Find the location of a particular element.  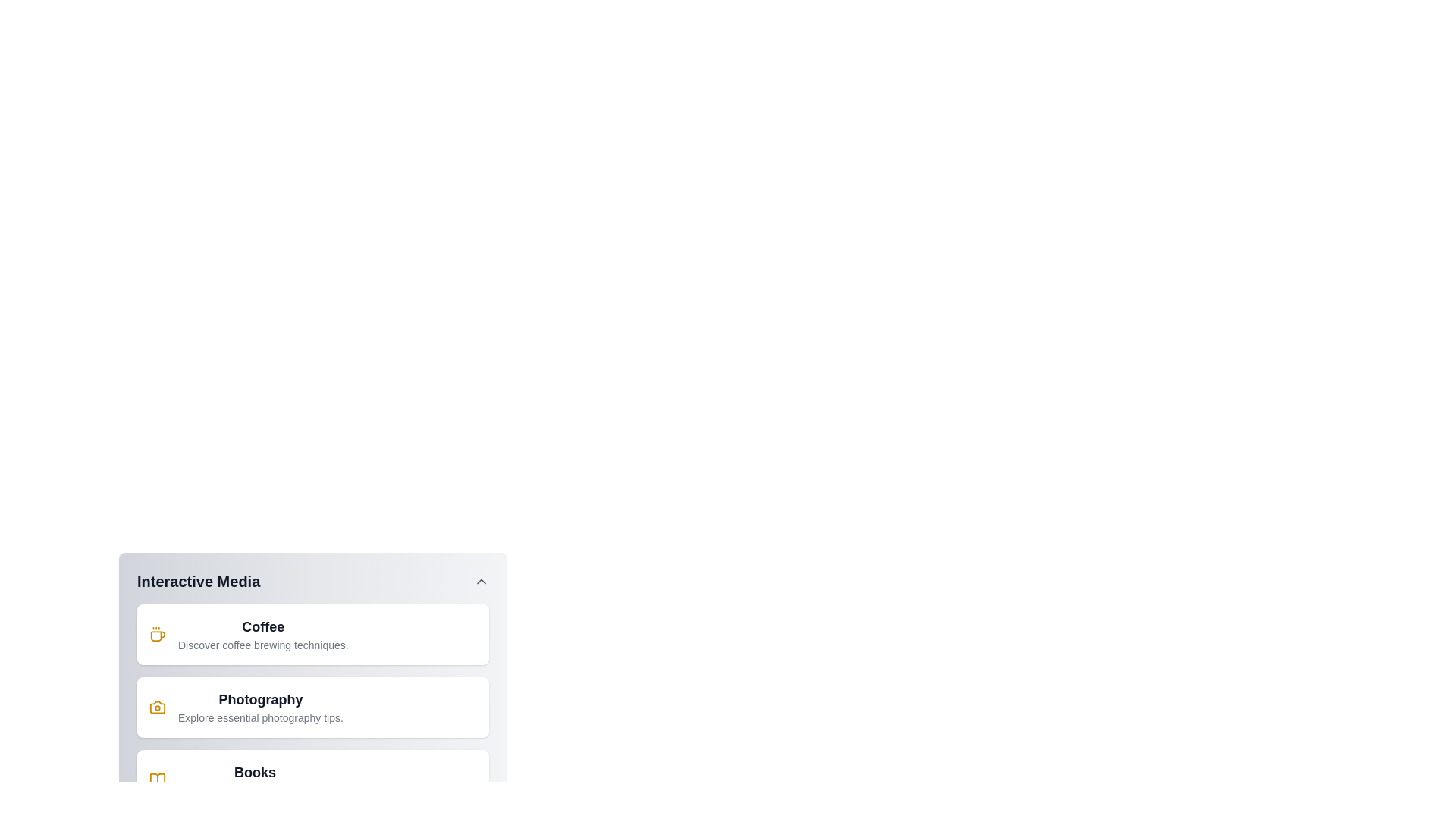

the menu item Photography from the InteractiveMediaMenu is located at coordinates (312, 708).